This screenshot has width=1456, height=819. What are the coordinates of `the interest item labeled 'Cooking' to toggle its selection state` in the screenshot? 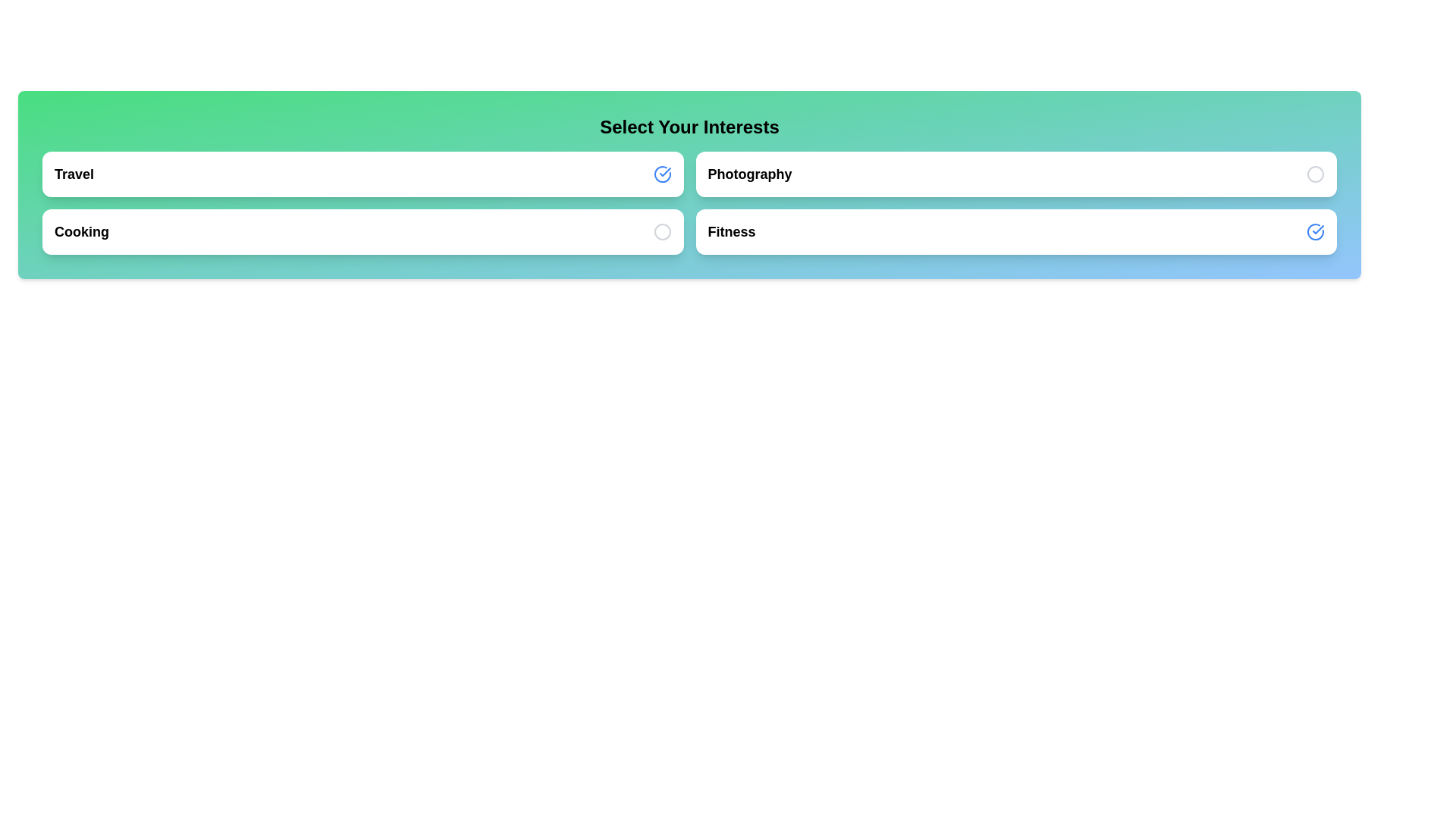 It's located at (362, 231).